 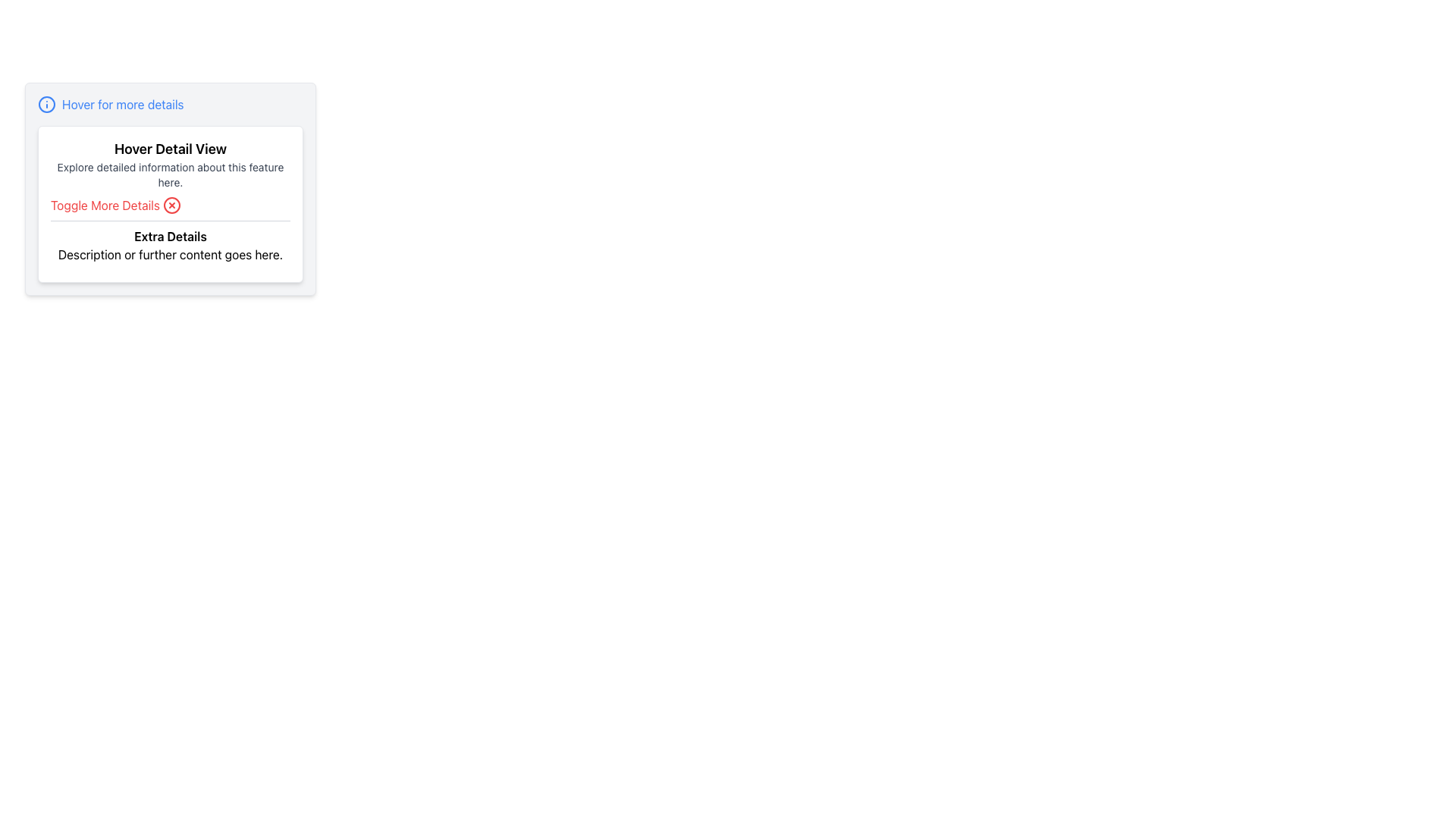 What do you see at coordinates (115, 205) in the screenshot?
I see `the 'Toggle More Details' button, which is a text-based clickable component in red color with an 'X' icon, located at the bottom of the 'Hover Detail View' heading` at bounding box center [115, 205].